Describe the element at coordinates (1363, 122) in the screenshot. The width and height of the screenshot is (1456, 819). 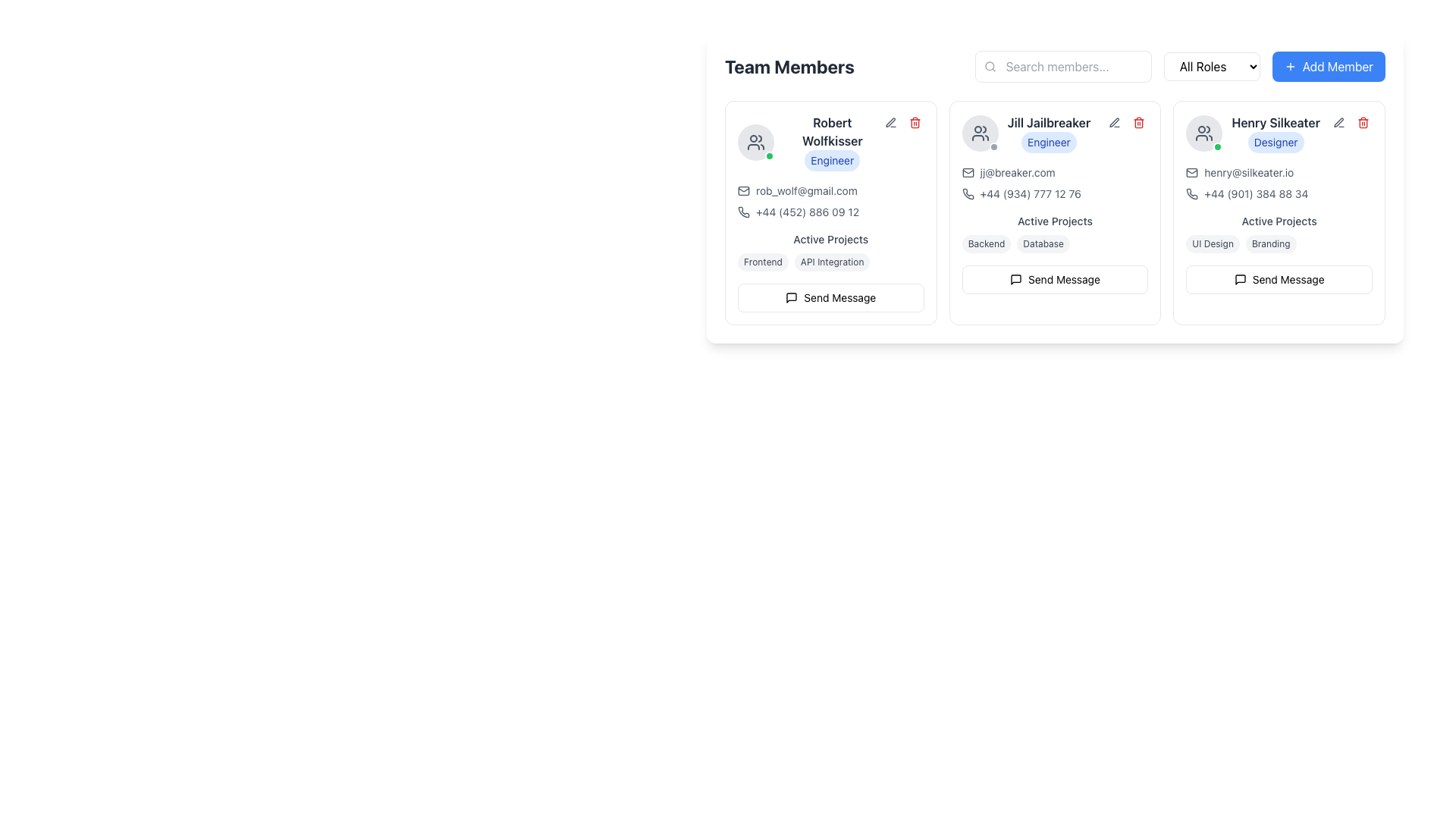
I see `the delete button icon with a trash can image located in the top right corner of Henry Silkeater's profile card` at that location.